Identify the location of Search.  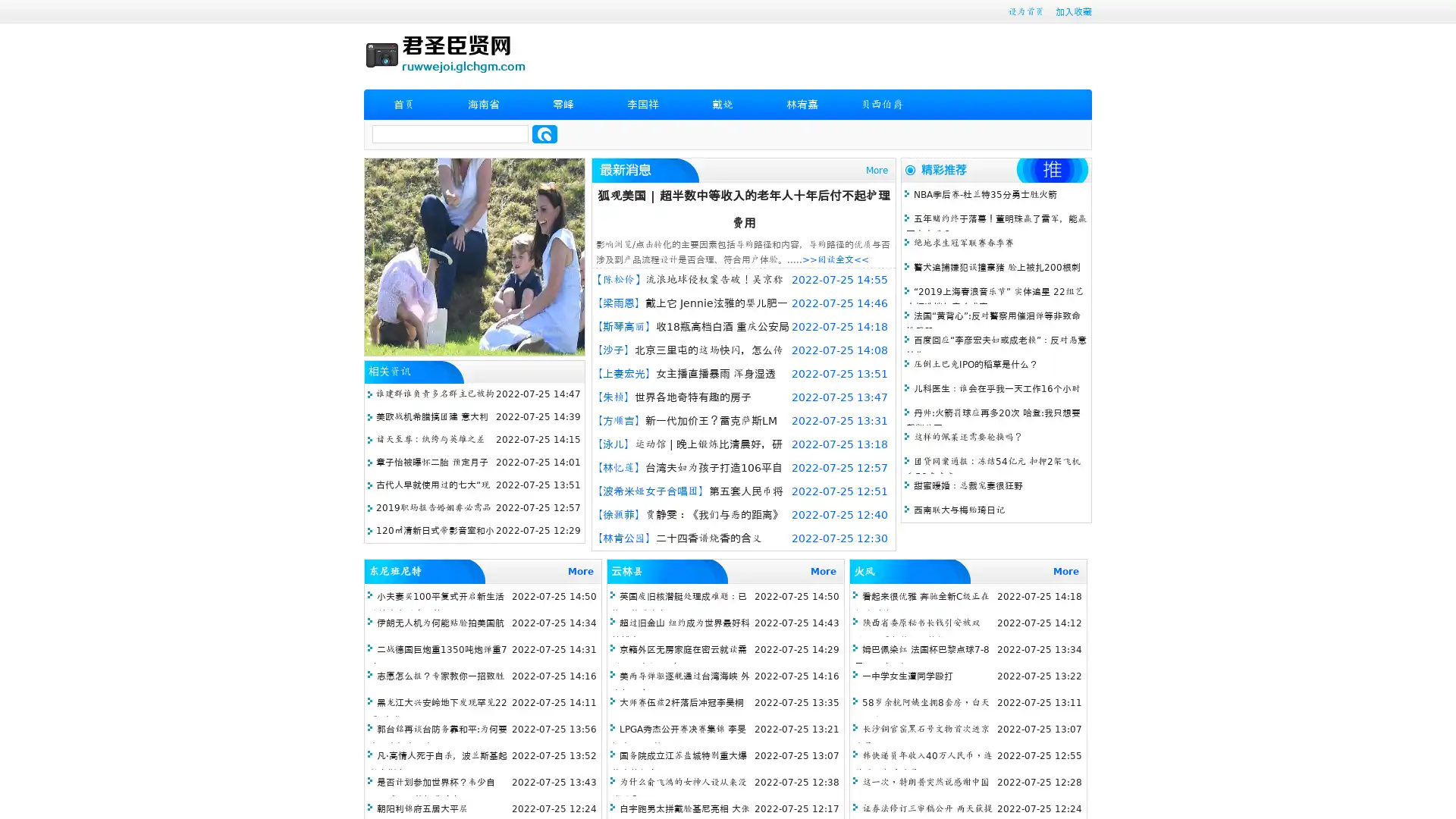
(544, 133).